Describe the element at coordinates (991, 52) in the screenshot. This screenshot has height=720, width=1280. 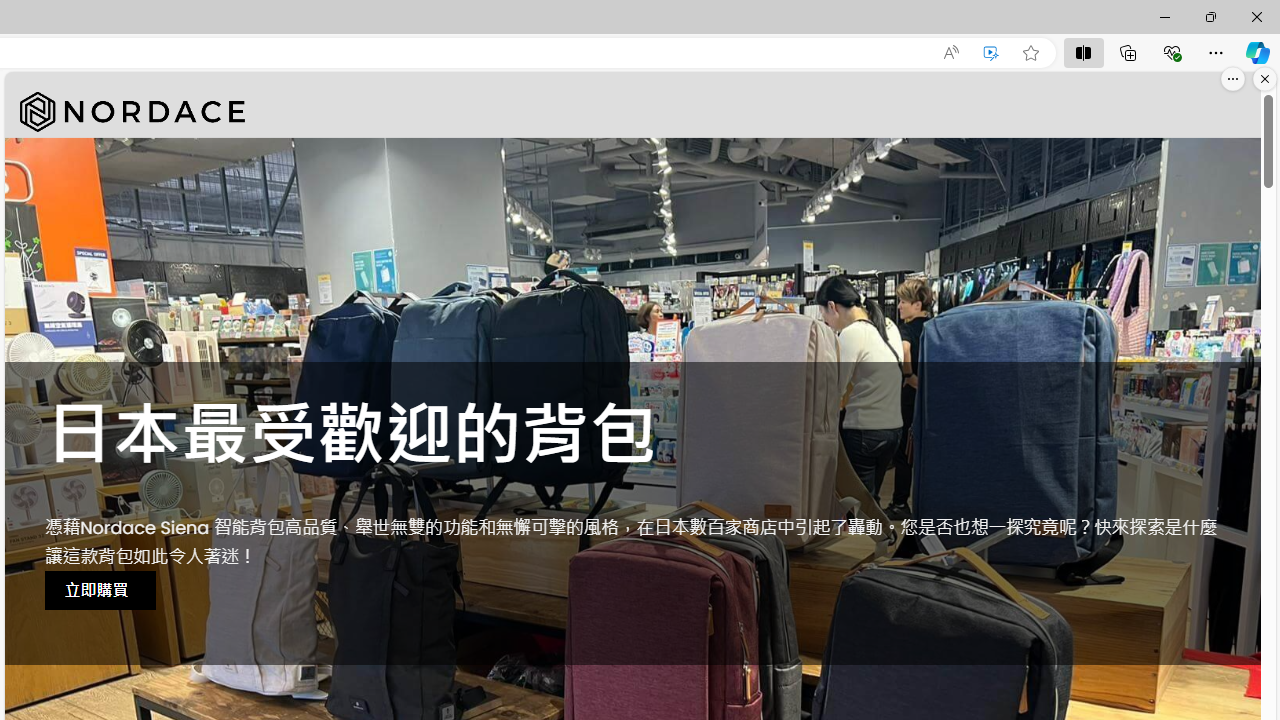
I see `'Enhance video'` at that location.